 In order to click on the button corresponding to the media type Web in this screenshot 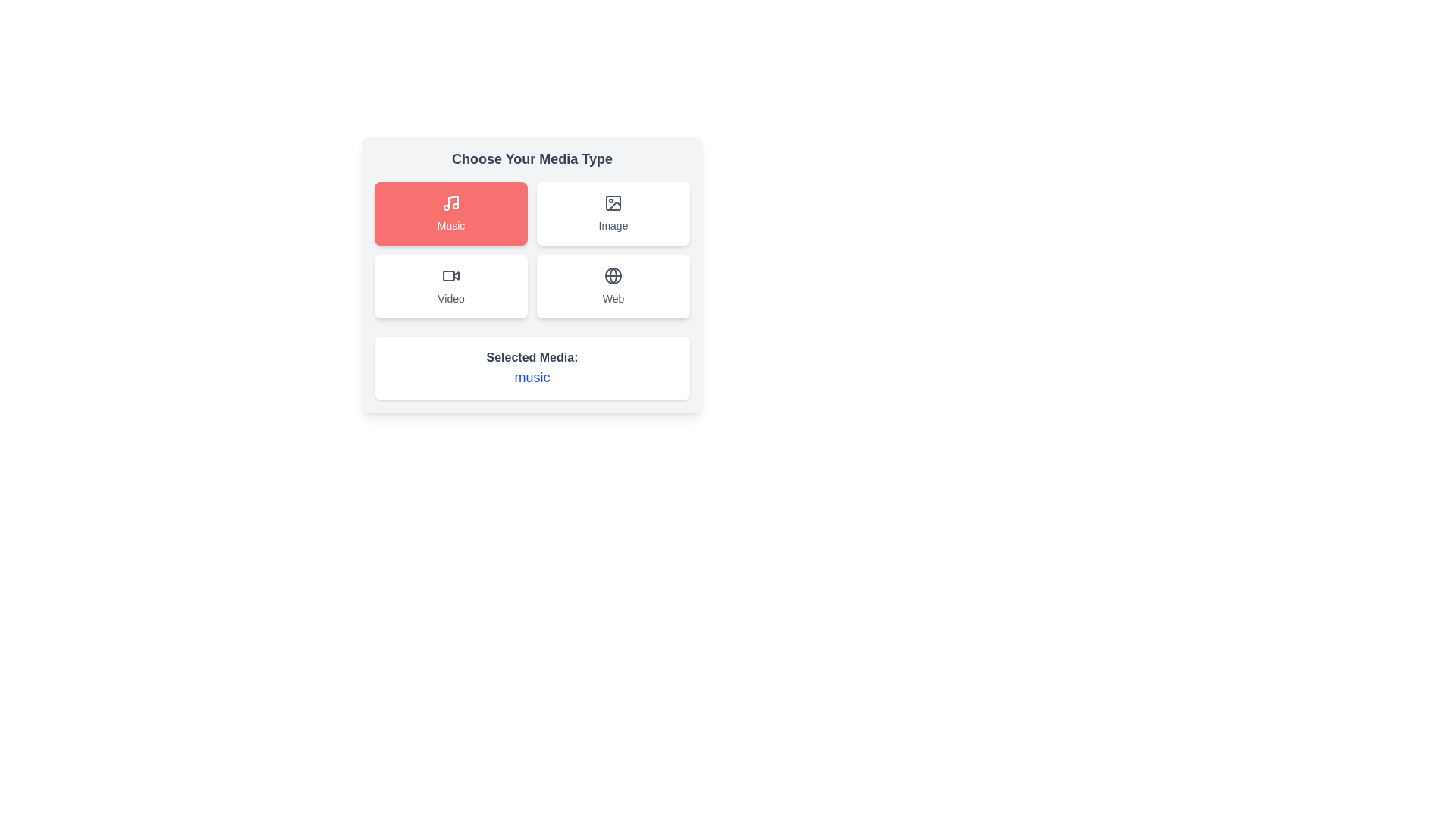, I will do `click(613, 287)`.